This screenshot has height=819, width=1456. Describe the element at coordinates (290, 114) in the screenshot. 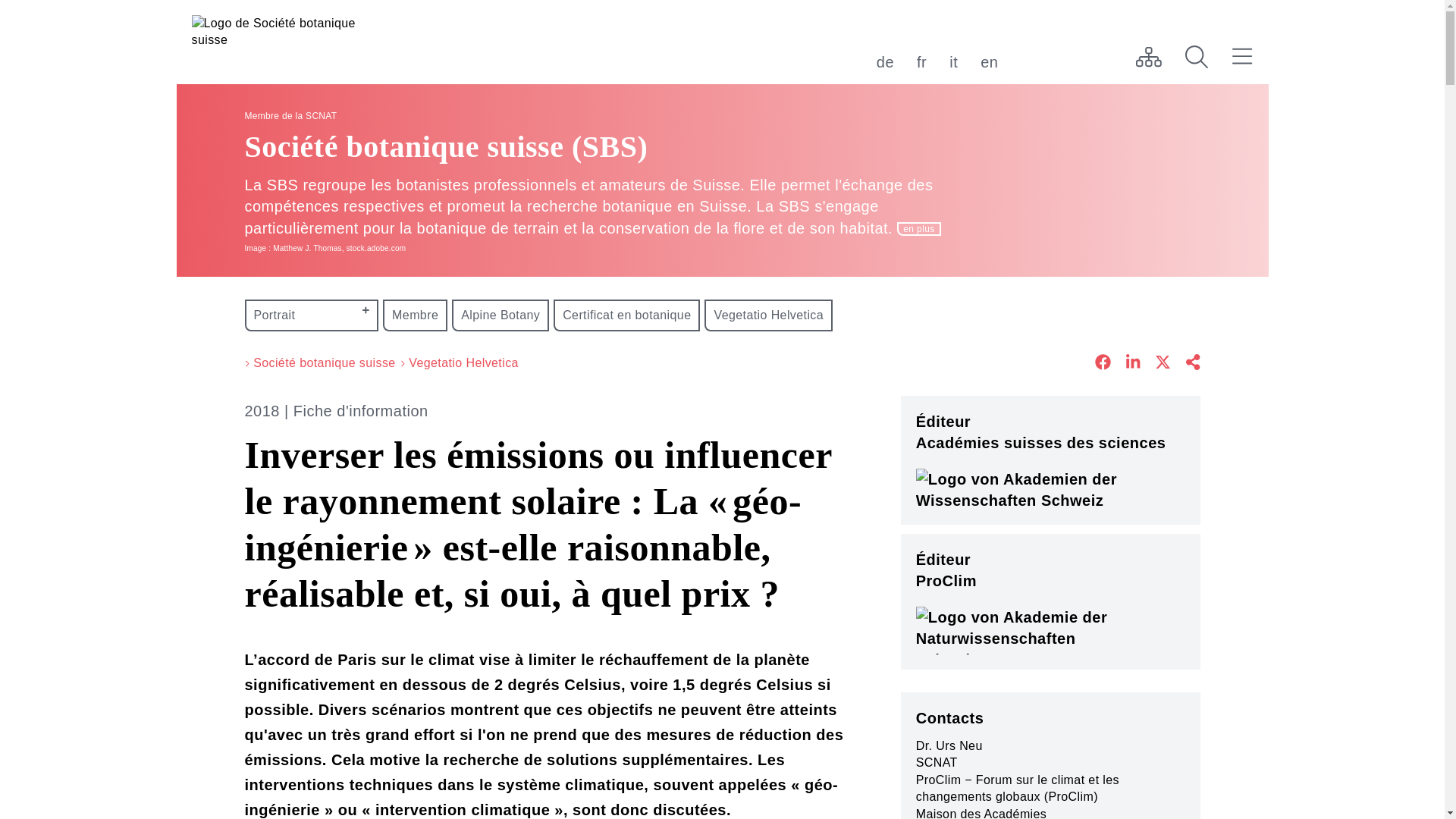

I see `'Membre de la SCNAT'` at that location.